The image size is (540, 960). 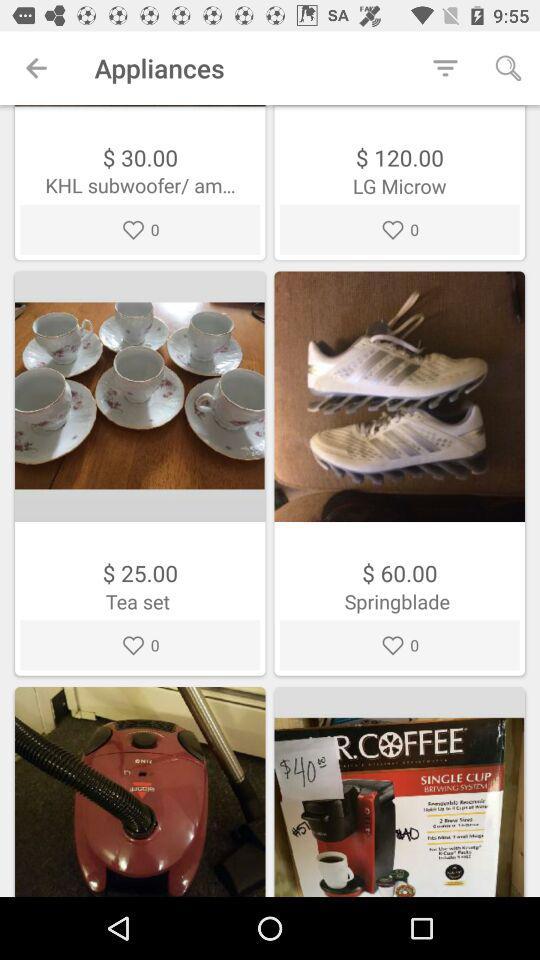 I want to click on the first row second image, so click(x=399, y=395).